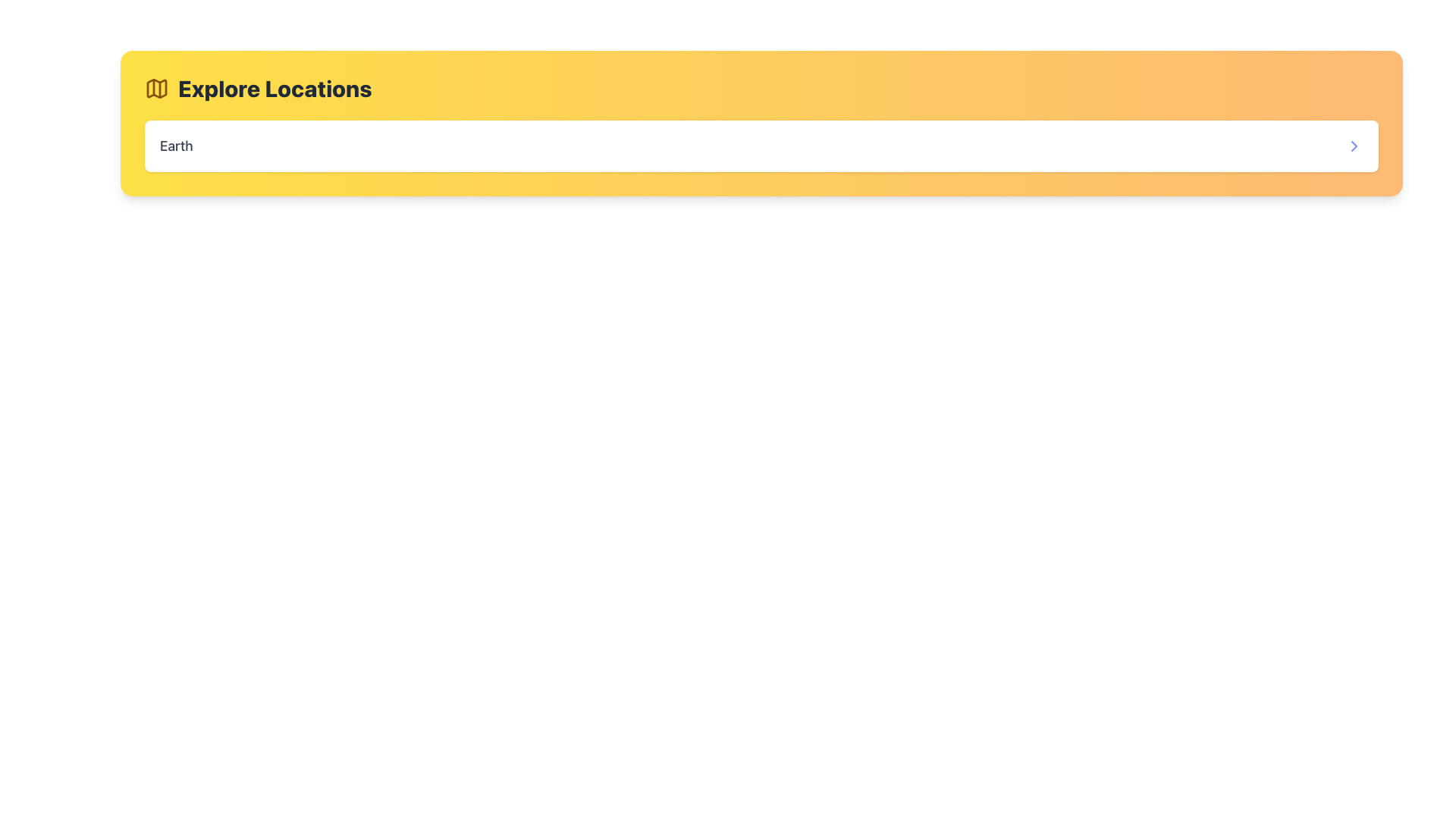 This screenshot has width=1456, height=819. Describe the element at coordinates (275, 88) in the screenshot. I see `the text label displaying 'Explore Locations', which is prominently positioned on a yellow background next to a map icon` at that location.